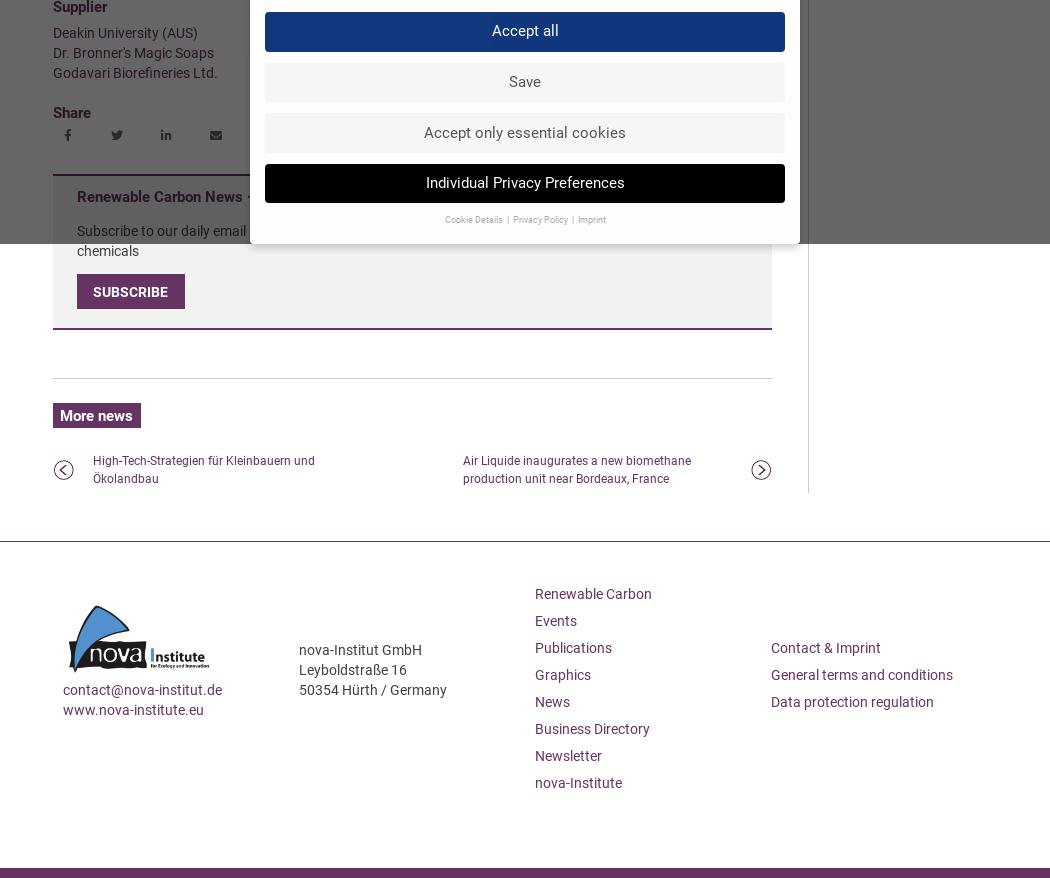 The height and width of the screenshot is (878, 1050). What do you see at coordinates (350, 670) in the screenshot?
I see `'Leyboldstraße 16'` at bounding box center [350, 670].